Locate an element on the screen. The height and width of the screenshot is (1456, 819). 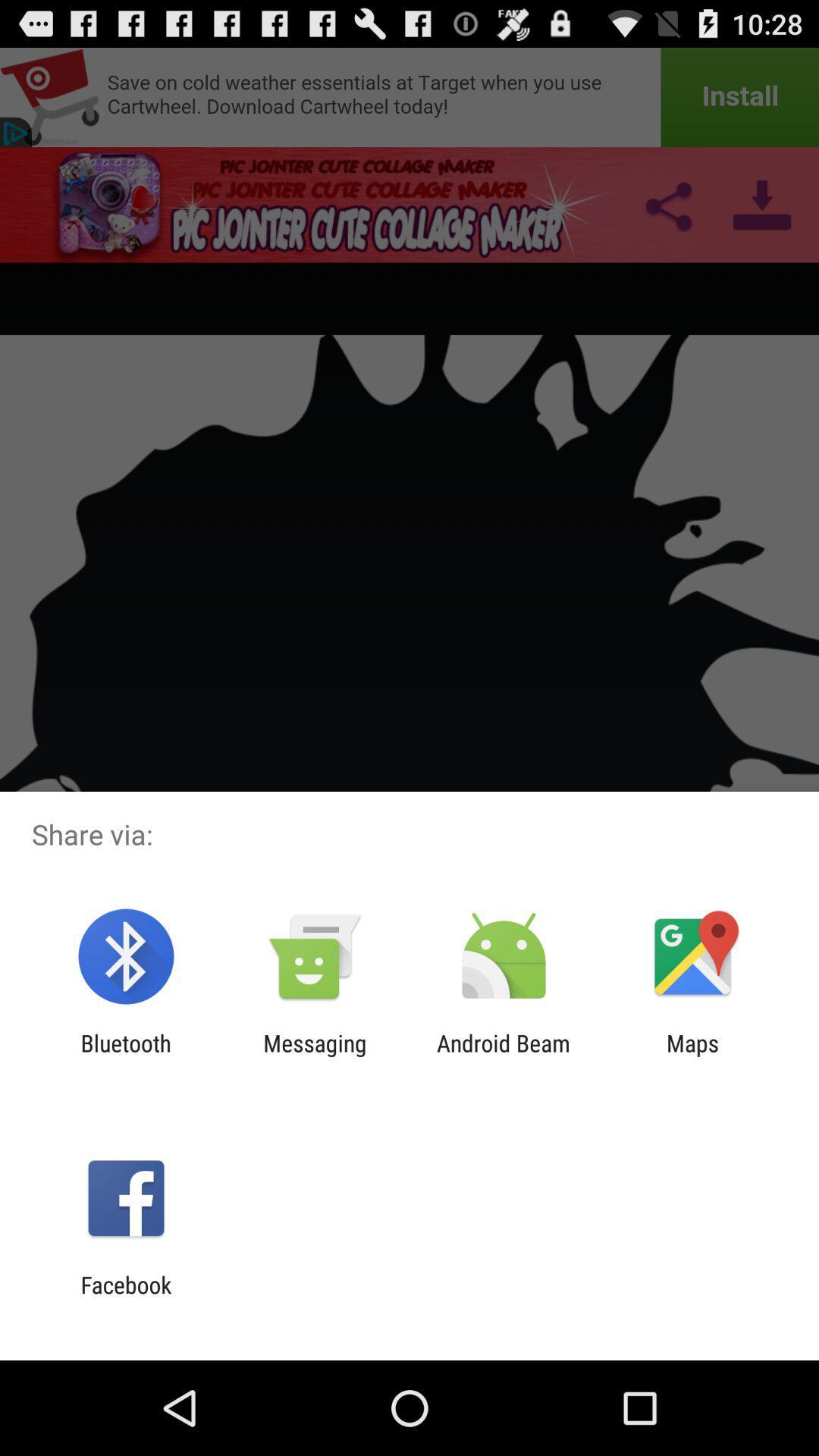
the android beam icon is located at coordinates (504, 1056).